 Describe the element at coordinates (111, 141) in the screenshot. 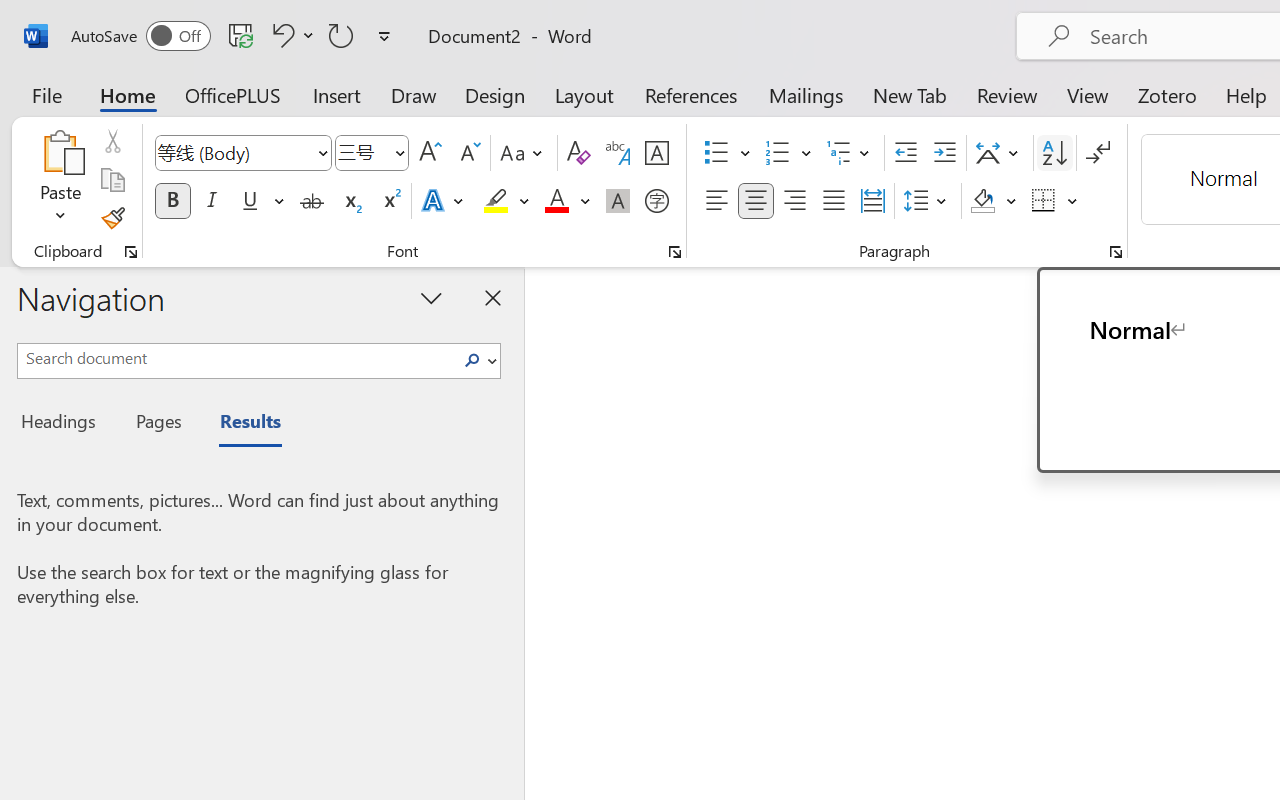

I see `'Cut'` at that location.